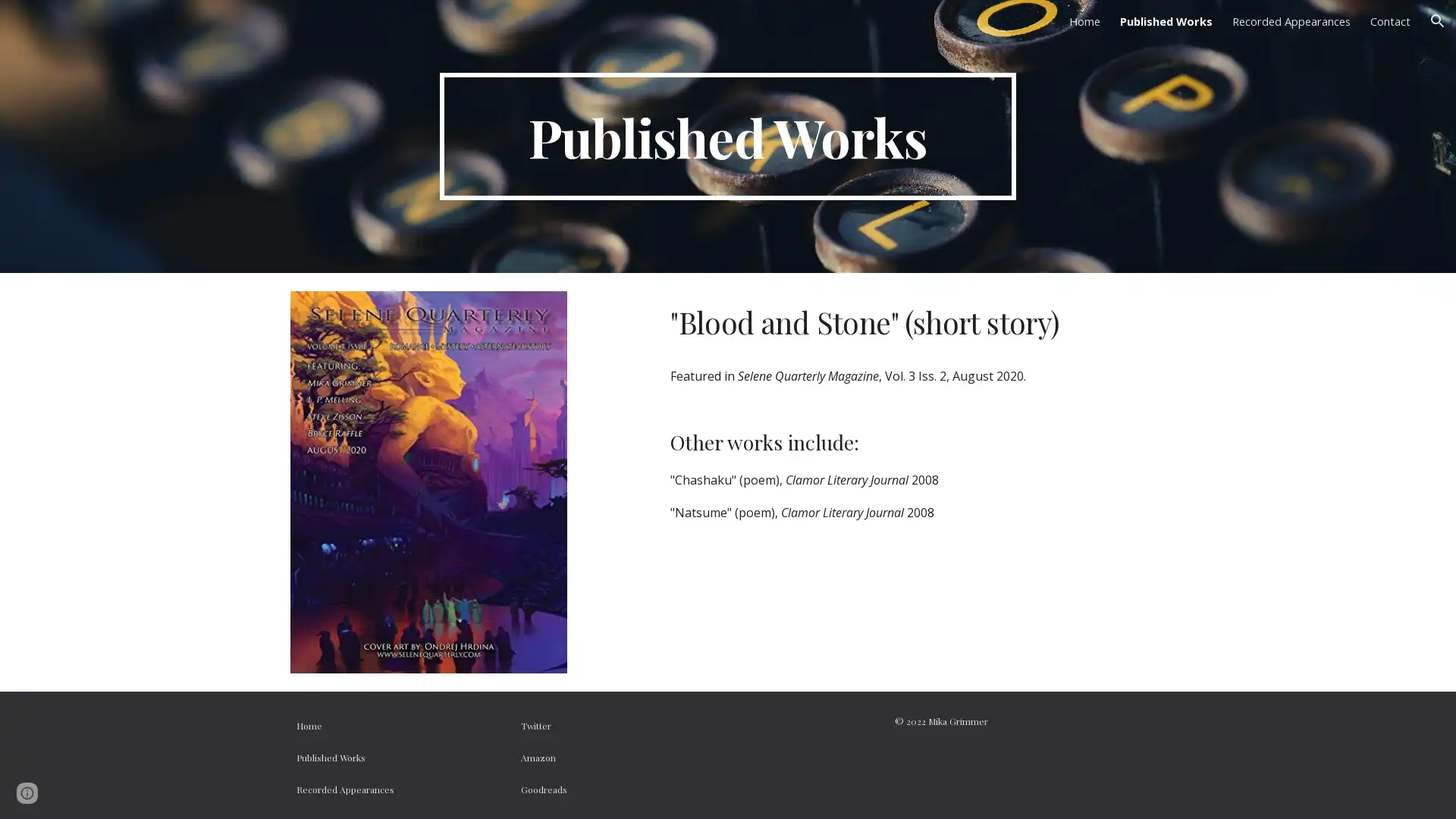 The width and height of the screenshot is (1456, 819). I want to click on Copy heading link, so click(877, 441).